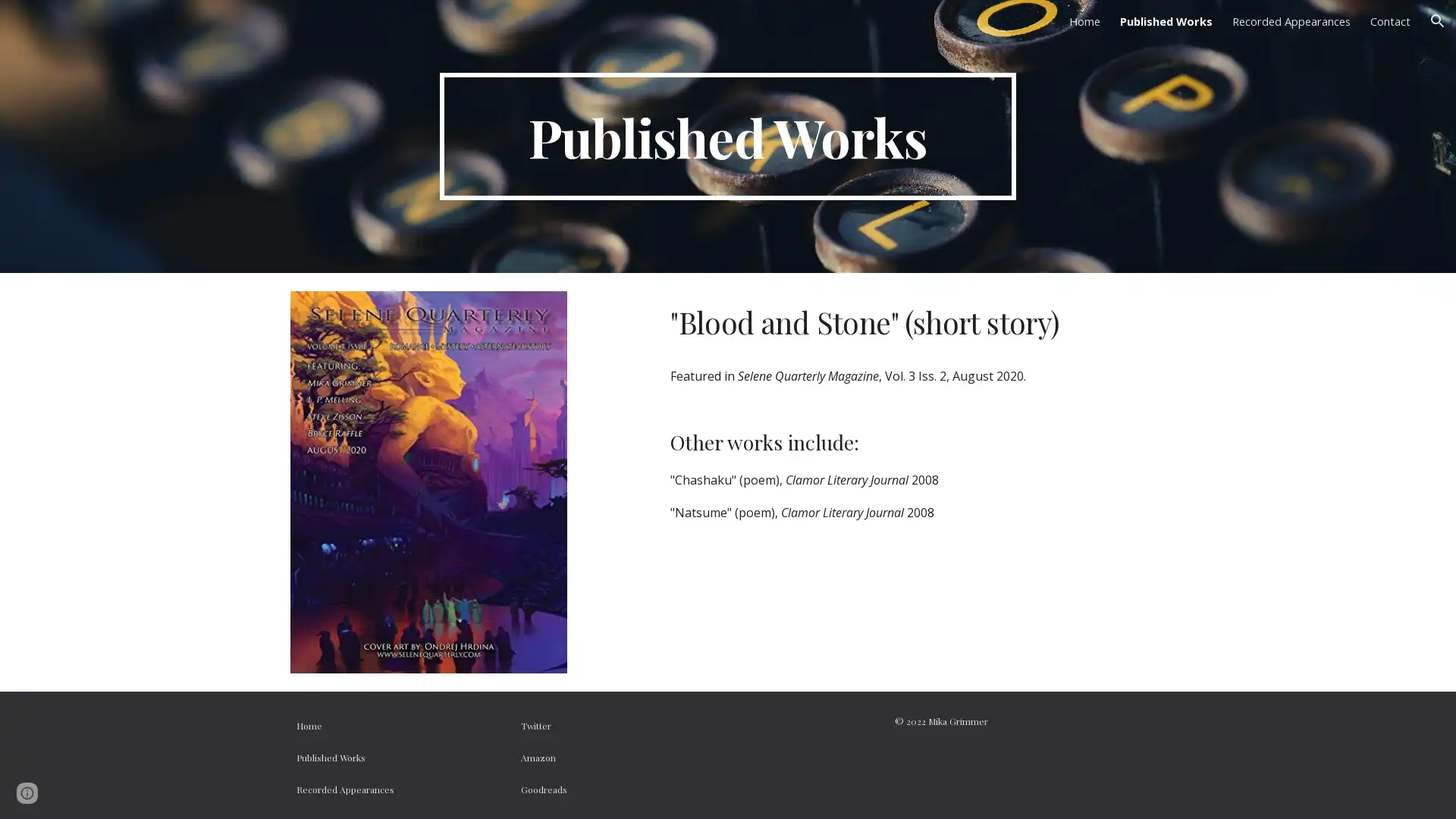 The width and height of the screenshot is (1456, 819). I want to click on Copy heading link, so click(877, 441).